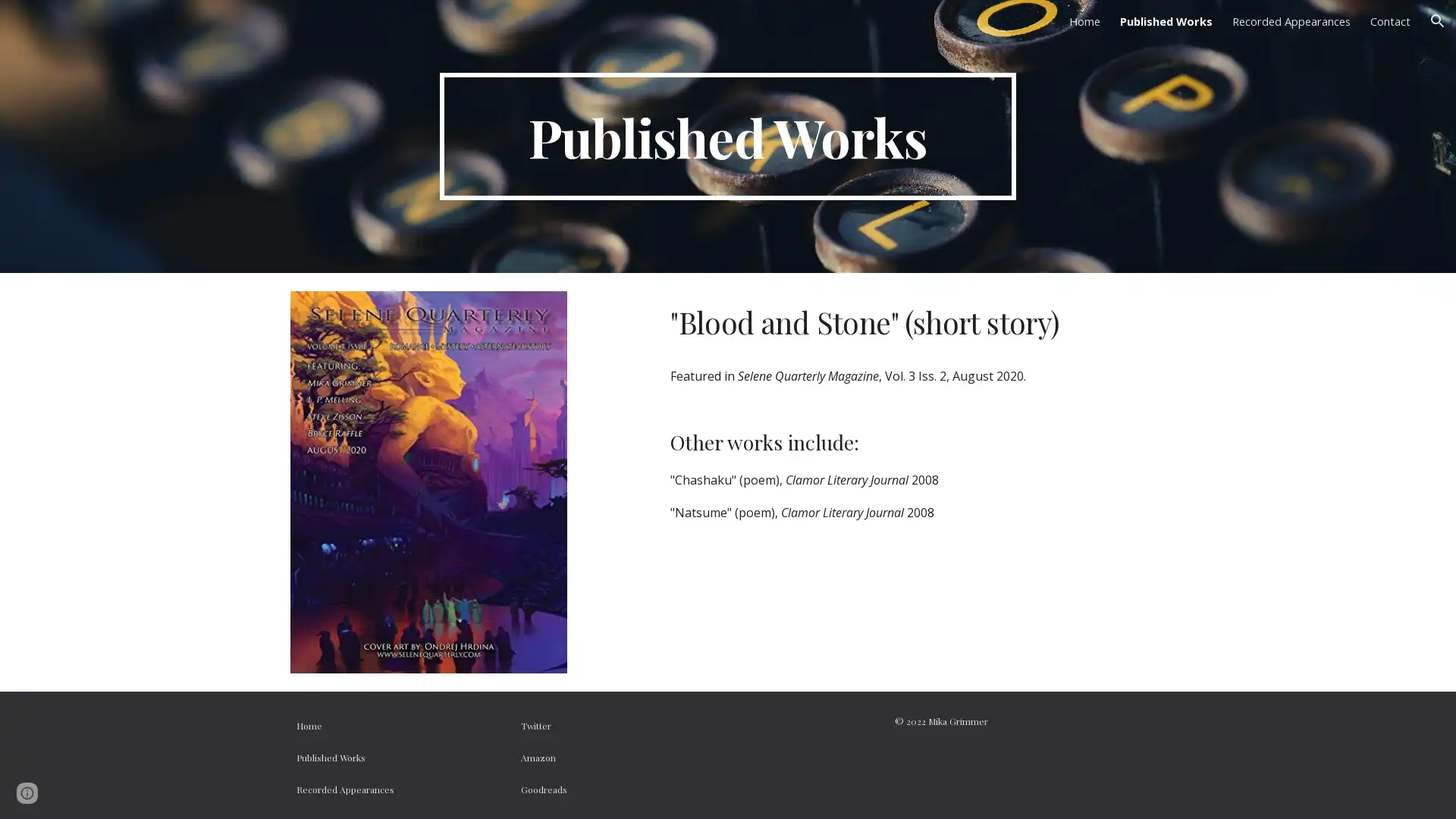 The width and height of the screenshot is (1456, 819). I want to click on Copy heading link, so click(877, 441).